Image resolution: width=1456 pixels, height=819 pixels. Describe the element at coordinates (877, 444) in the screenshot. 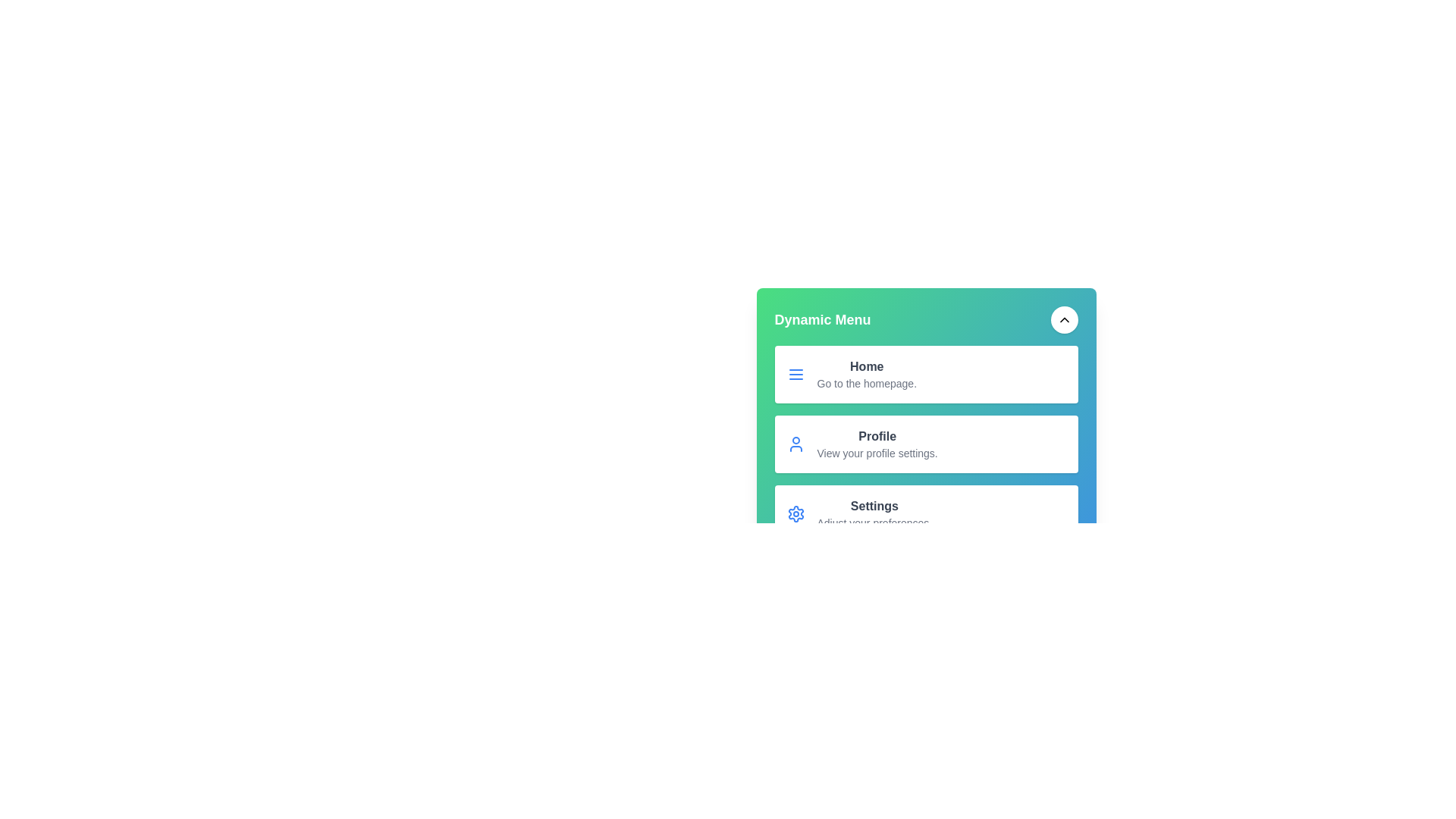

I see `label text 'Profile' and its description 'View your profile settings.' which is the second item in the vertical menu structure, located beneath 'Home' and above 'Settings'` at that location.